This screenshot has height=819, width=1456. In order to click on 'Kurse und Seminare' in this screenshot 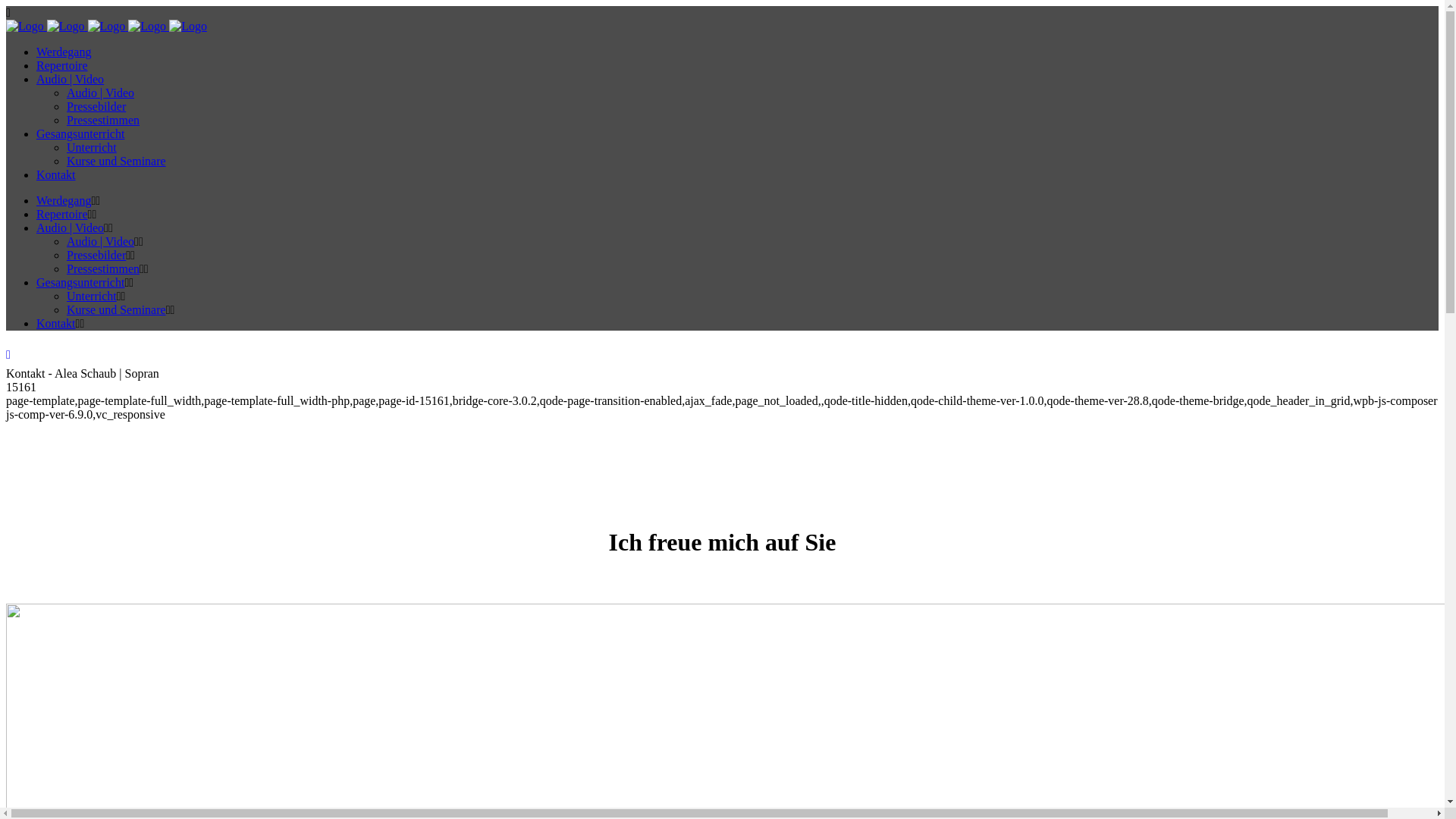, I will do `click(65, 161)`.